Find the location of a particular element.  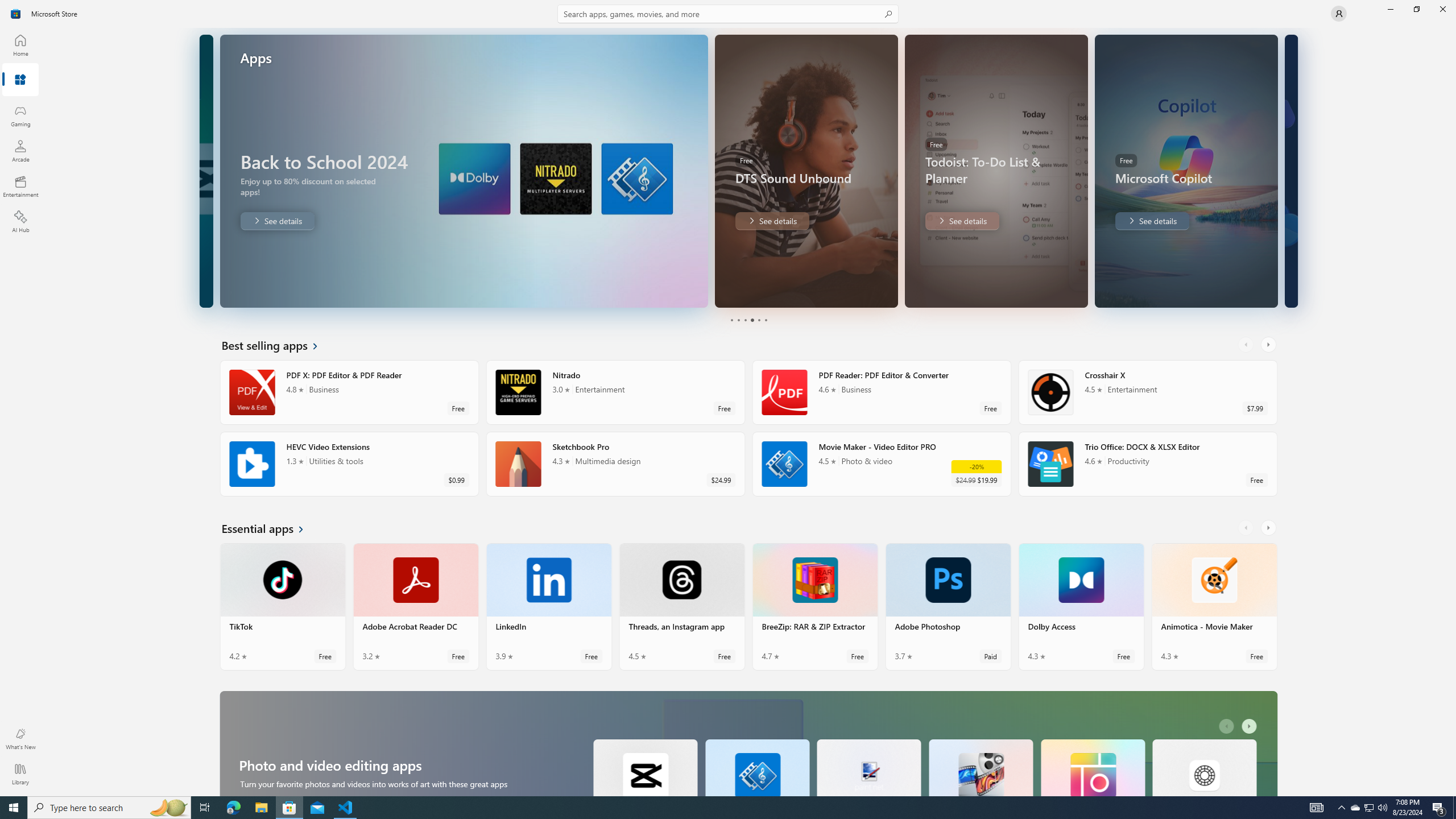

'TikTok. Average rating of 4.2 out of five stars. Free  ' is located at coordinates (283, 606).